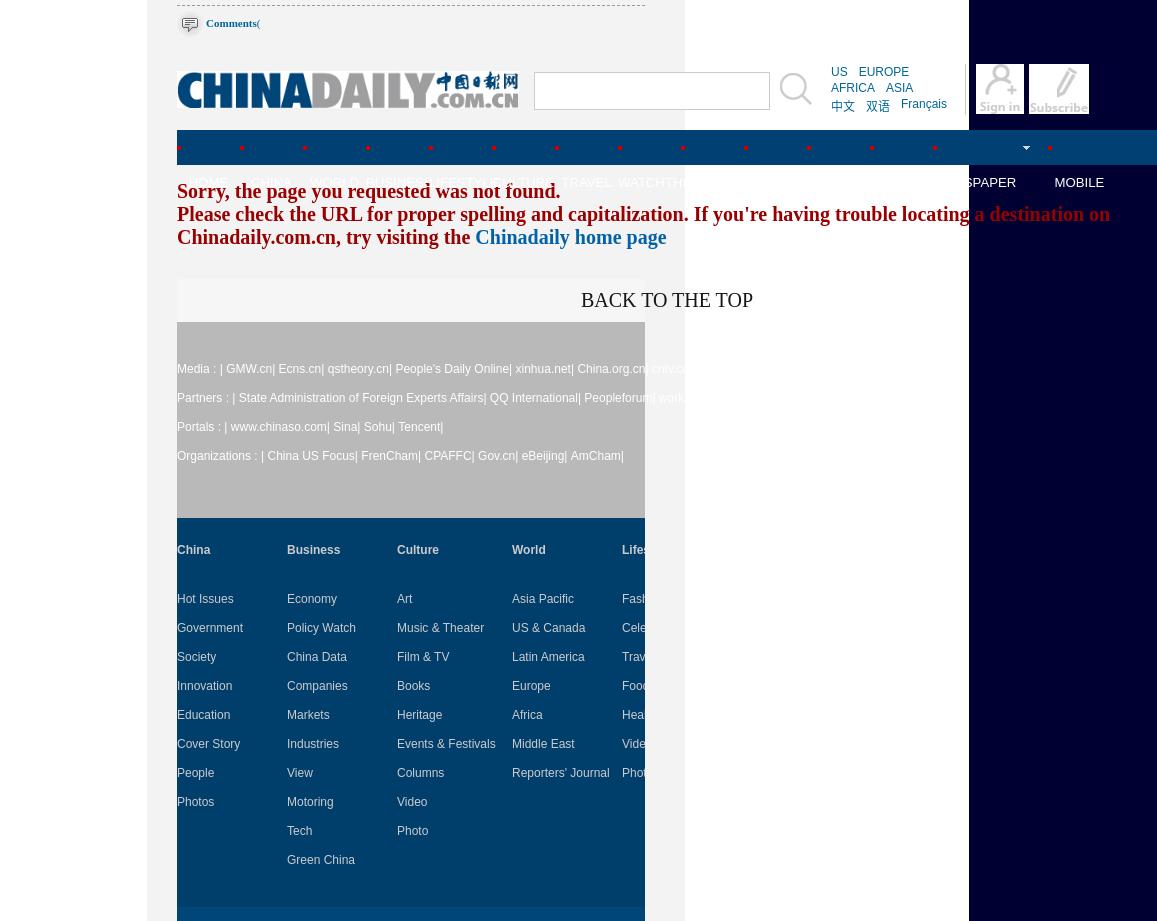 The image size is (1157, 921). What do you see at coordinates (543, 369) in the screenshot?
I see `'xinhua.net|'` at bounding box center [543, 369].